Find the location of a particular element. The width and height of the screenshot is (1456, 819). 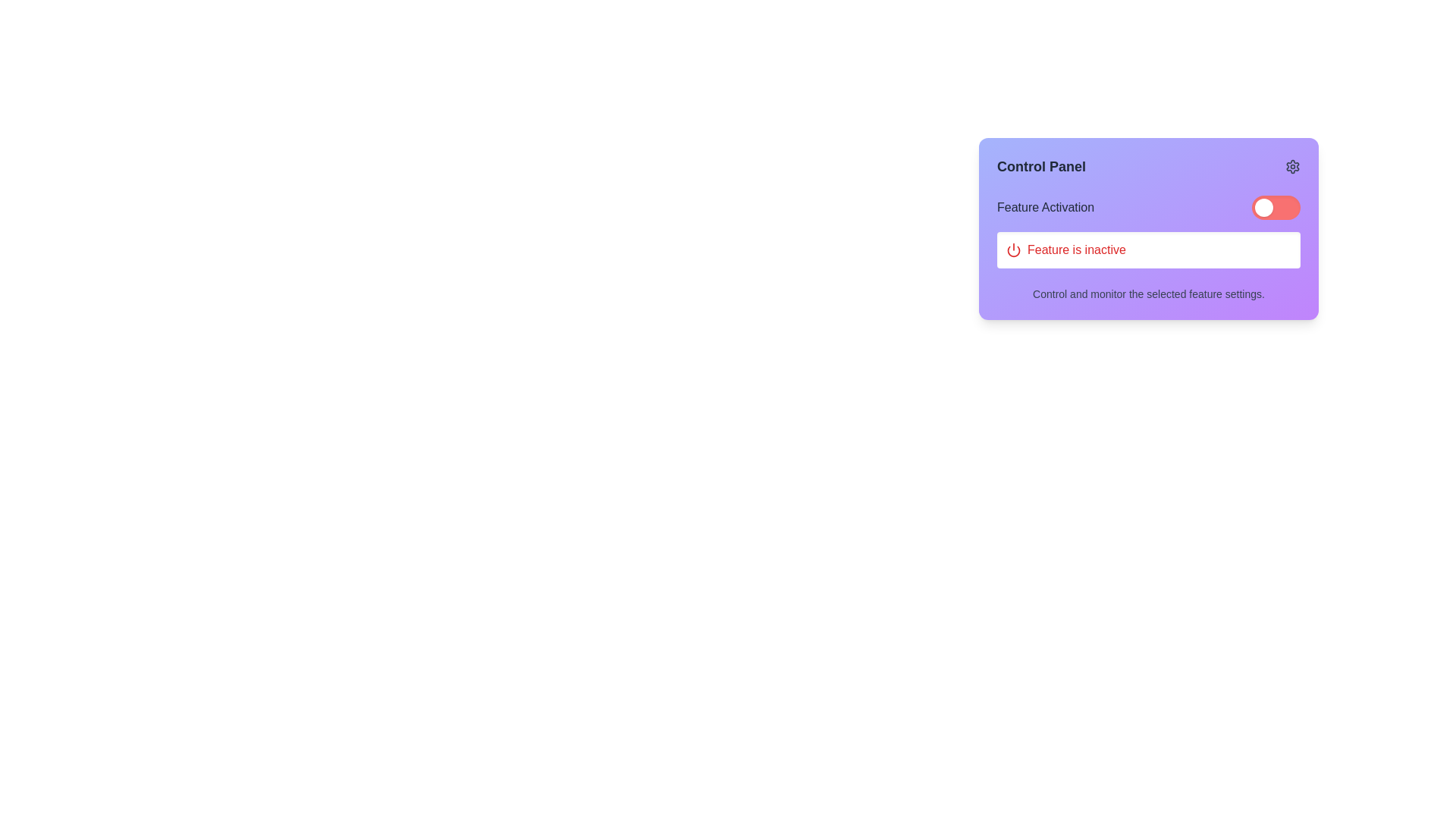

displayed text of the bold, large-font label saying 'Control Panel' located in the top-left area of the purple background card is located at coordinates (1040, 166).